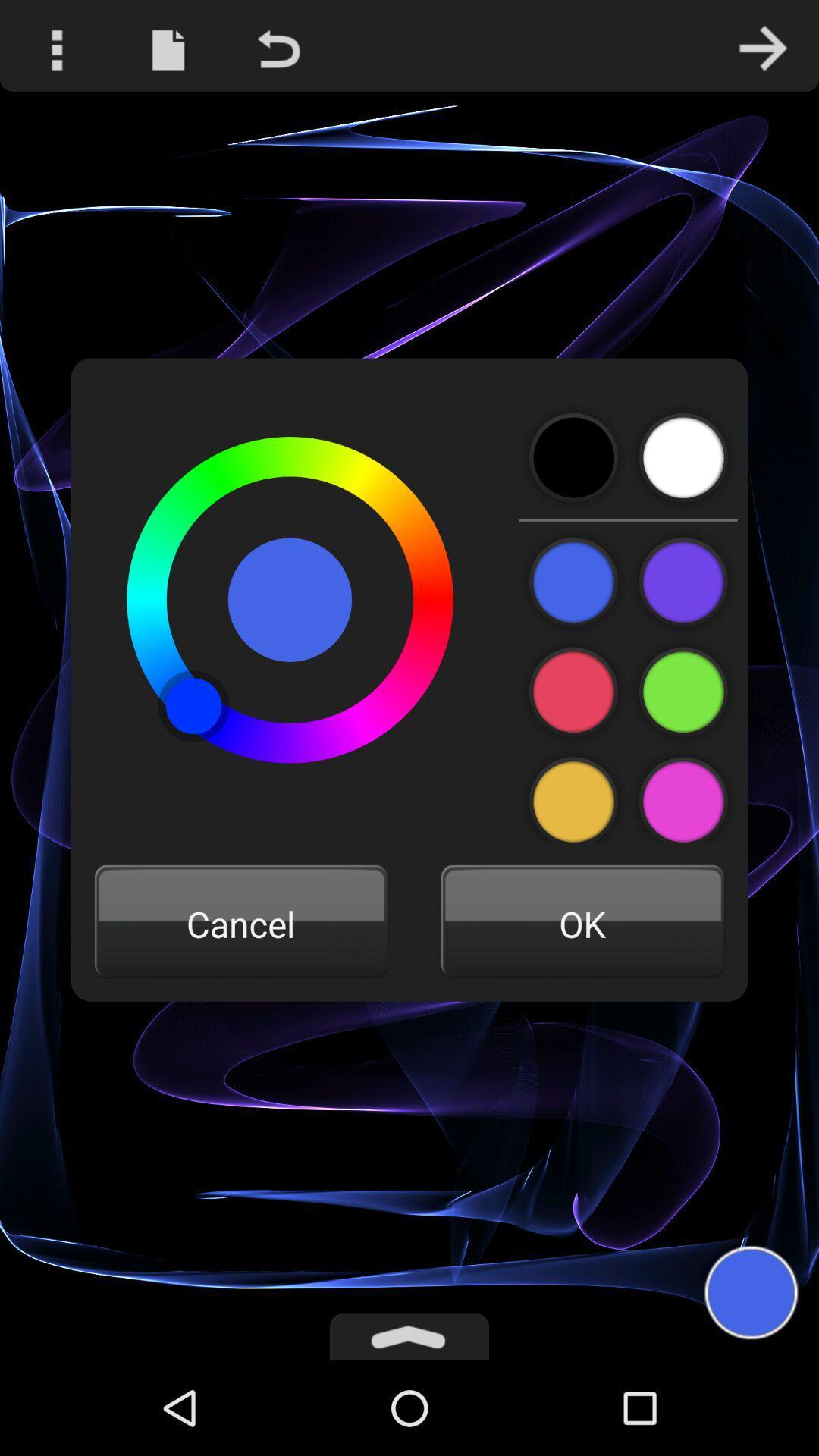 This screenshot has width=819, height=1456. I want to click on colour icon, so click(683, 692).